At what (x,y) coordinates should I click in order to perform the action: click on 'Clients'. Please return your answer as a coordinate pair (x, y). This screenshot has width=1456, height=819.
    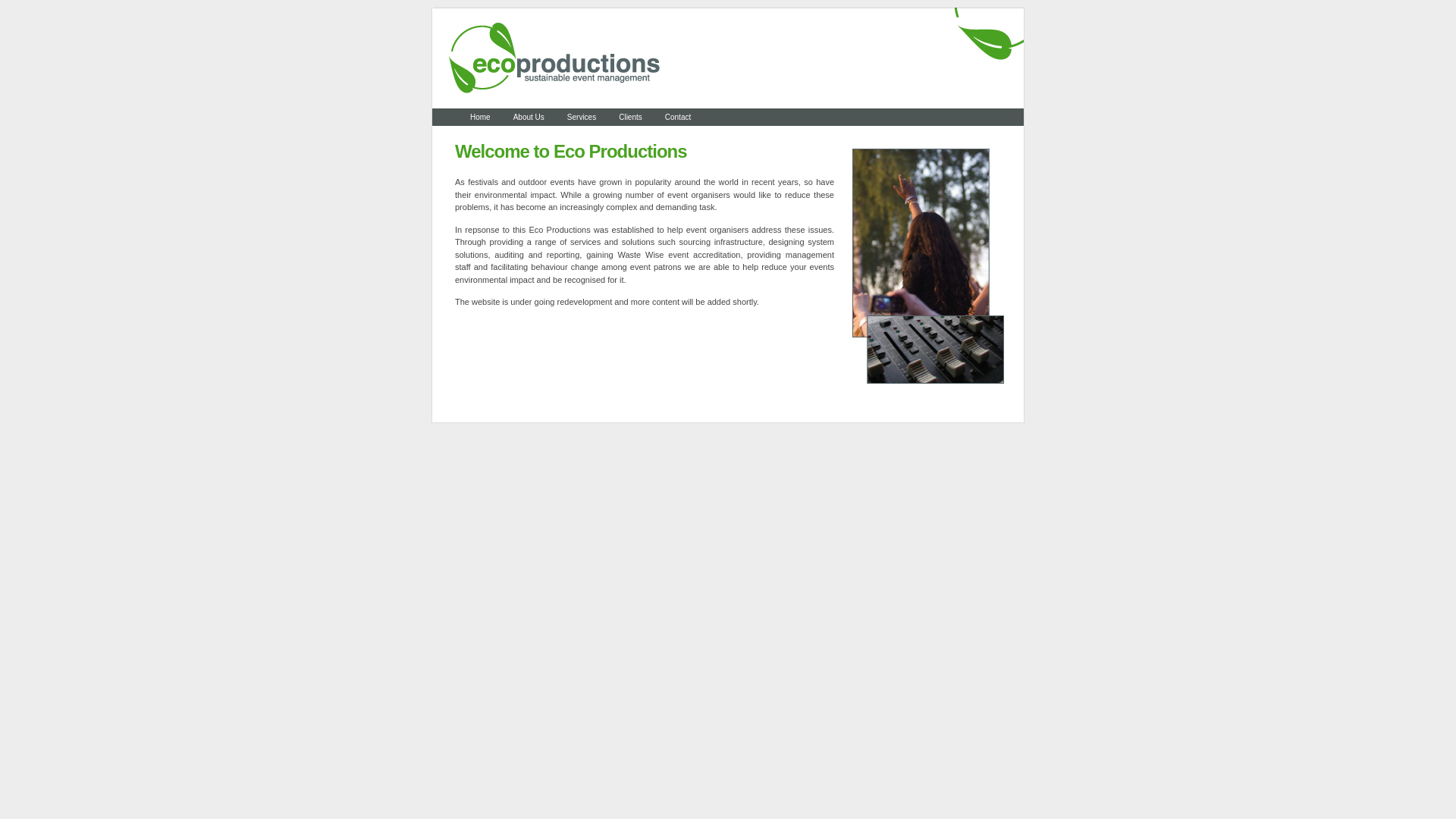
    Looking at the image, I should click on (630, 116).